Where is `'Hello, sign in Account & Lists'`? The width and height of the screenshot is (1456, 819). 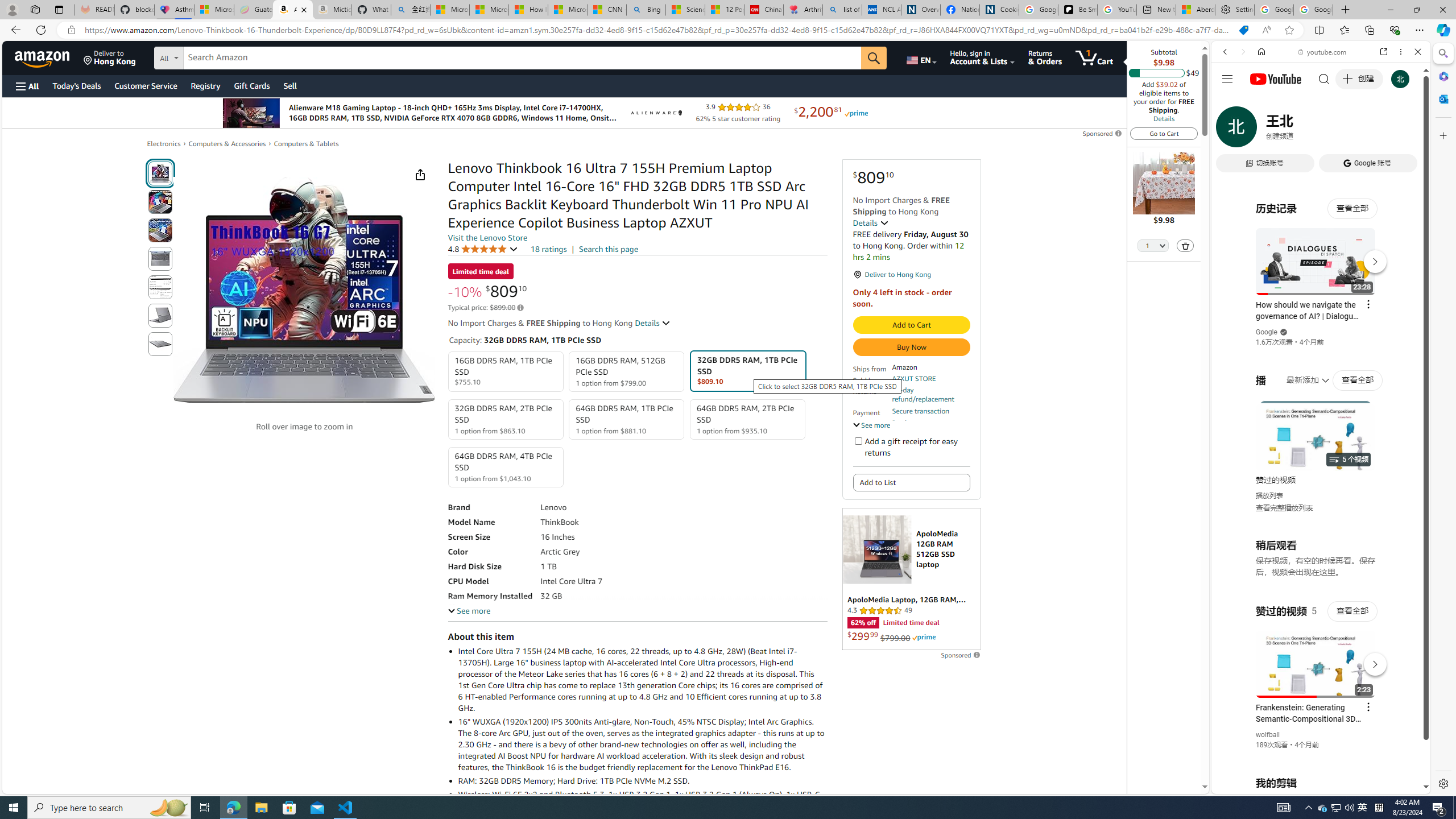 'Hello, sign in Account & Lists' is located at coordinates (983, 57).